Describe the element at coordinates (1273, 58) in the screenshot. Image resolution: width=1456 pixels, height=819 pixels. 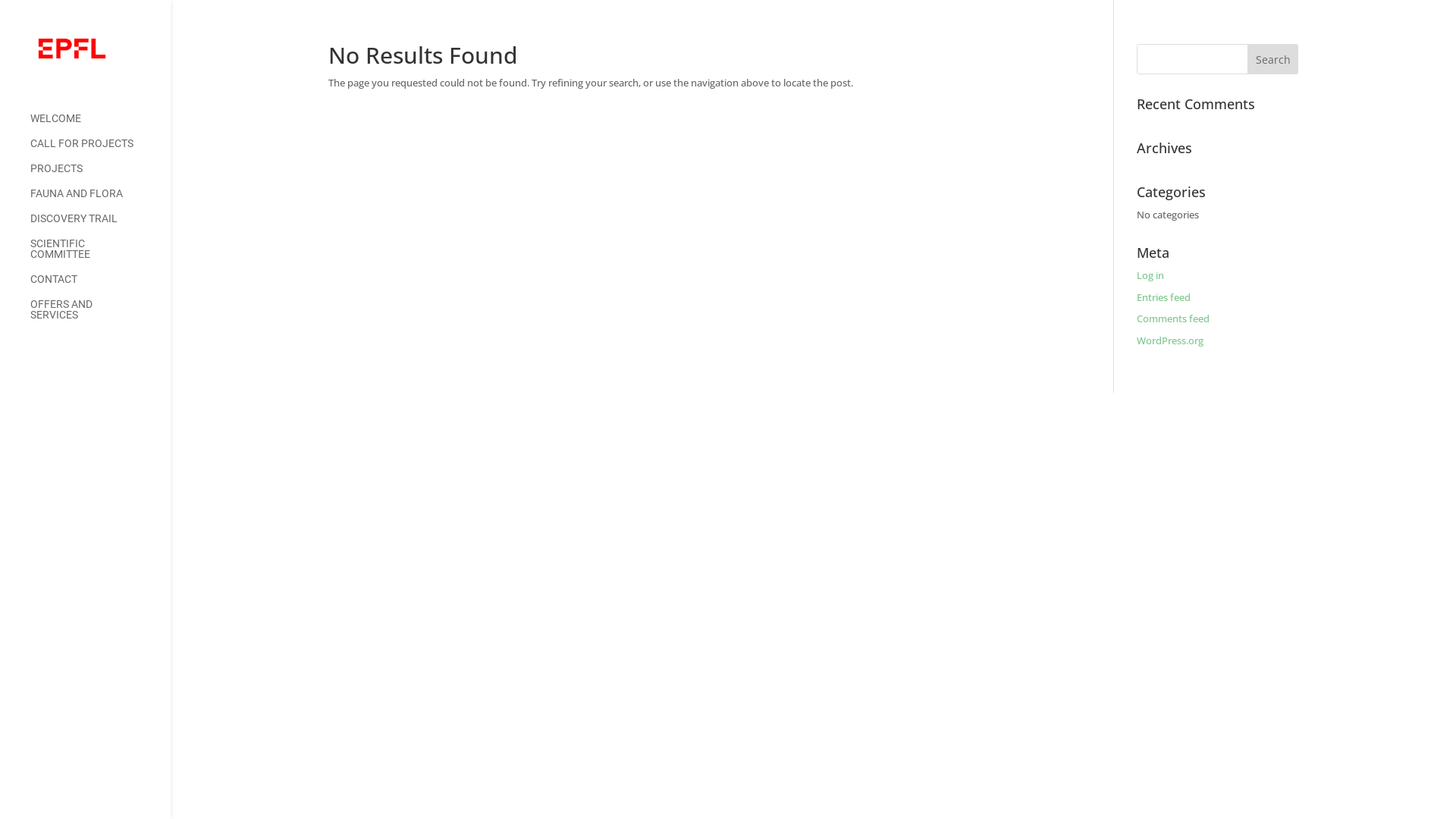
I see `'Search'` at that location.